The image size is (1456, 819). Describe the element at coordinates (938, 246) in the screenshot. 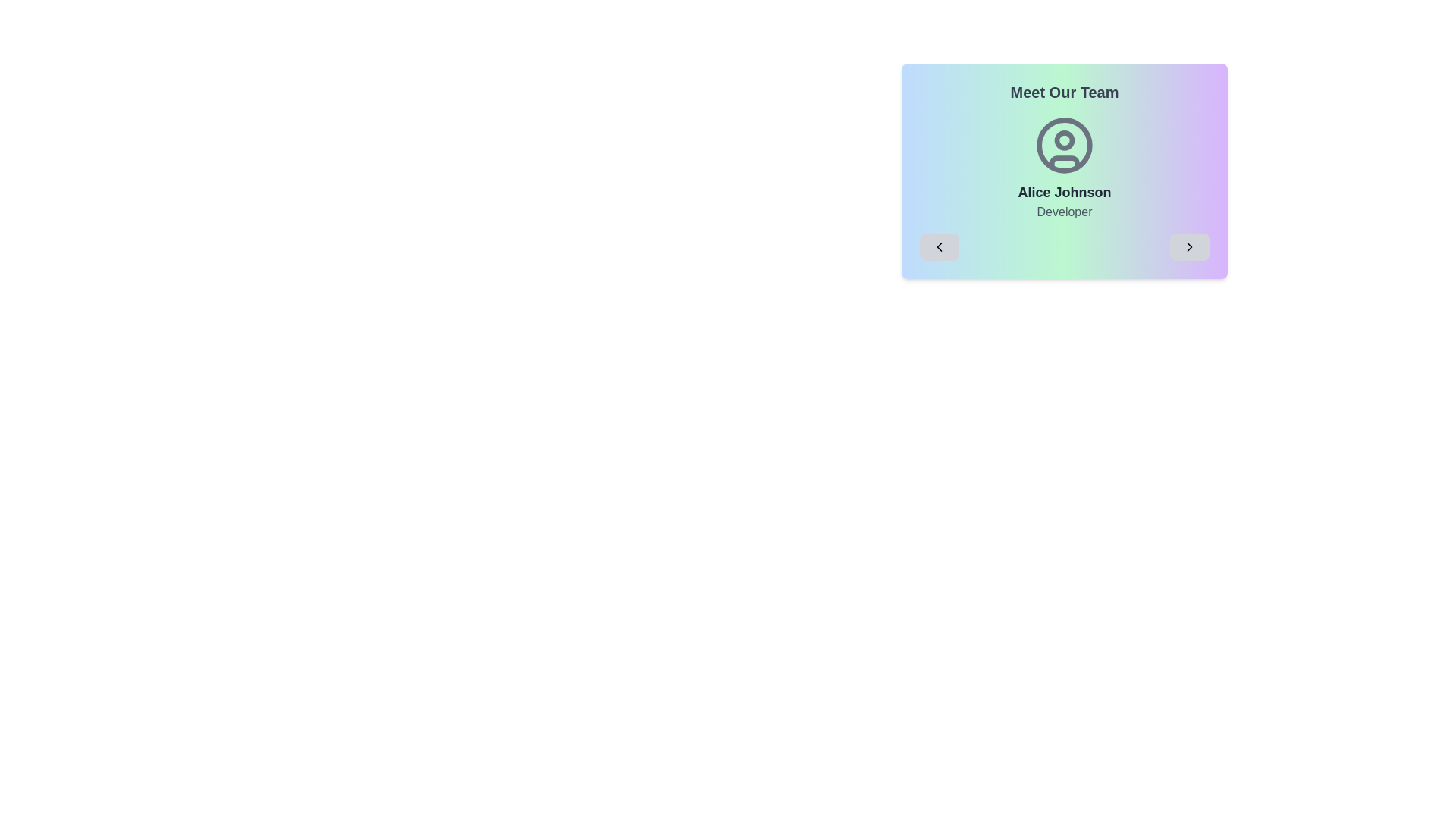

I see `the left-facing chevron arrow icon within the light-gray rounded rectangular button` at that location.